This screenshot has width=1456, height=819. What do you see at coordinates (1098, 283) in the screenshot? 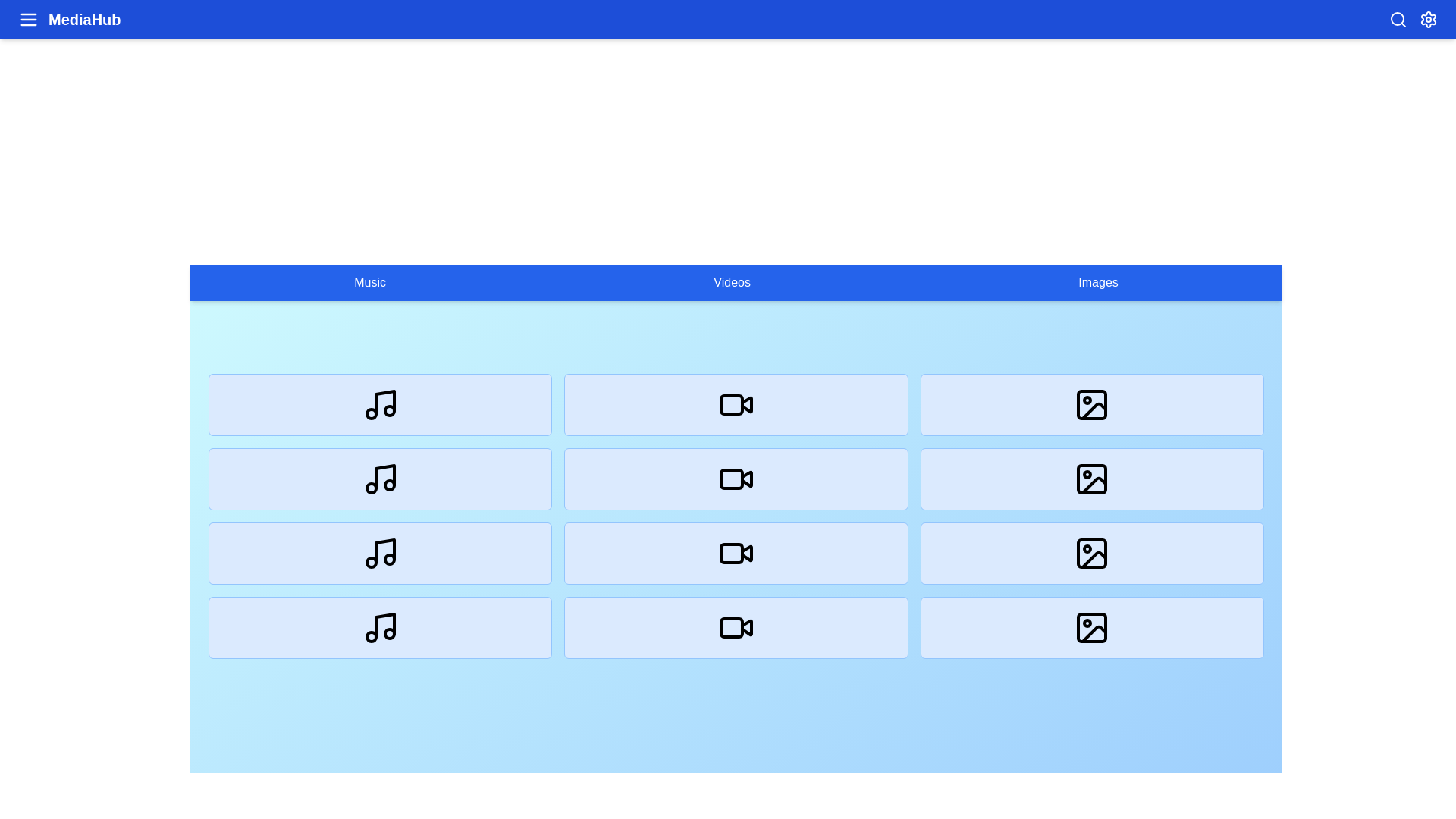
I see `the media type Images from the navigation bar` at bounding box center [1098, 283].